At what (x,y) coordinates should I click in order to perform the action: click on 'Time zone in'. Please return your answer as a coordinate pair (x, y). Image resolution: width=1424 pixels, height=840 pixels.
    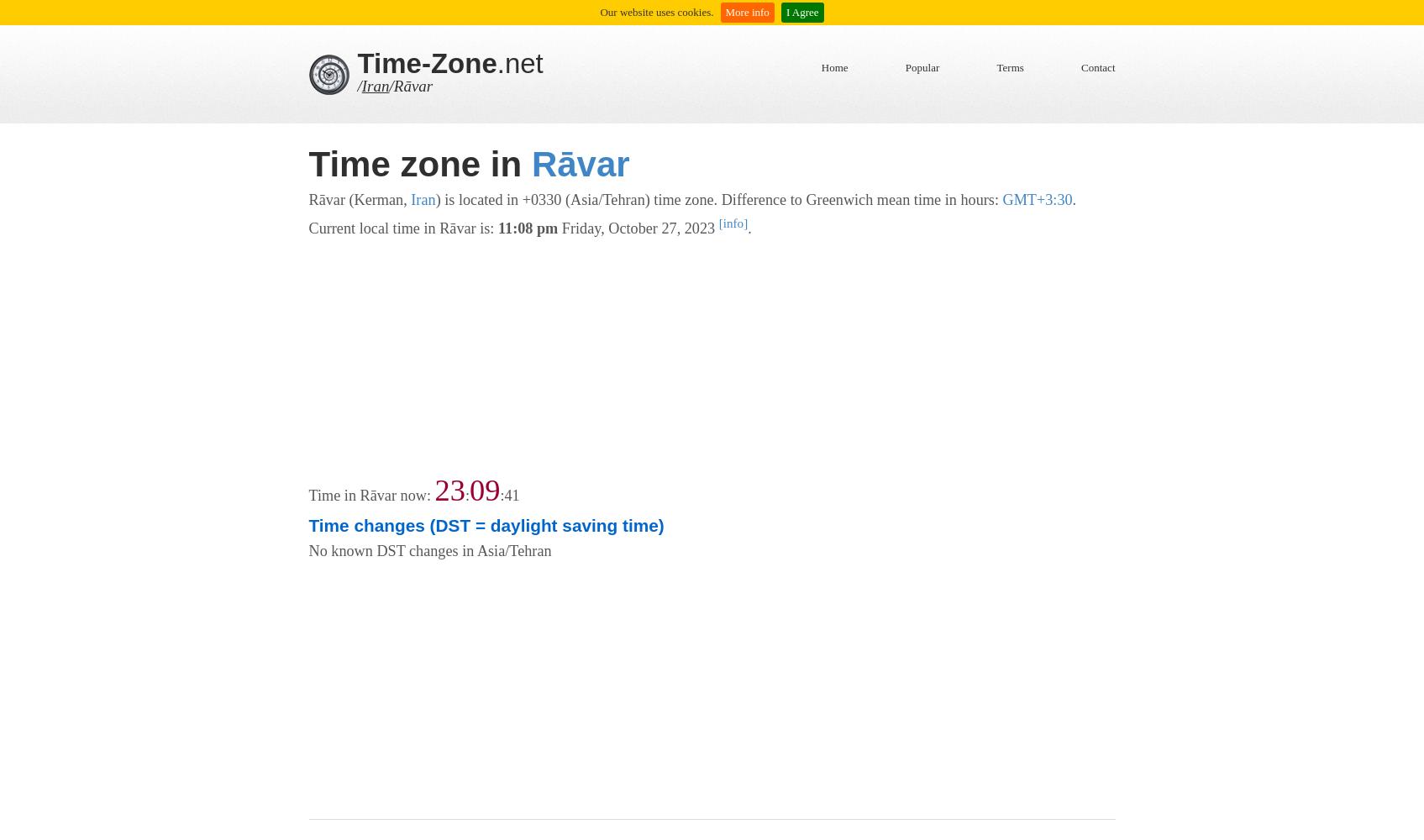
    Looking at the image, I should click on (418, 163).